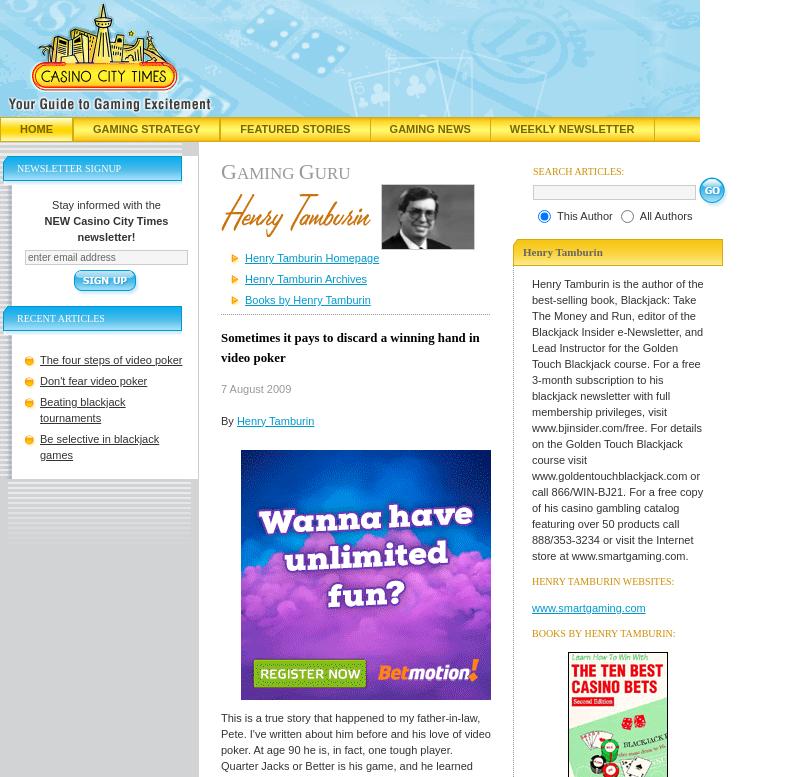  Describe the element at coordinates (313, 172) in the screenshot. I see `'uru'` at that location.